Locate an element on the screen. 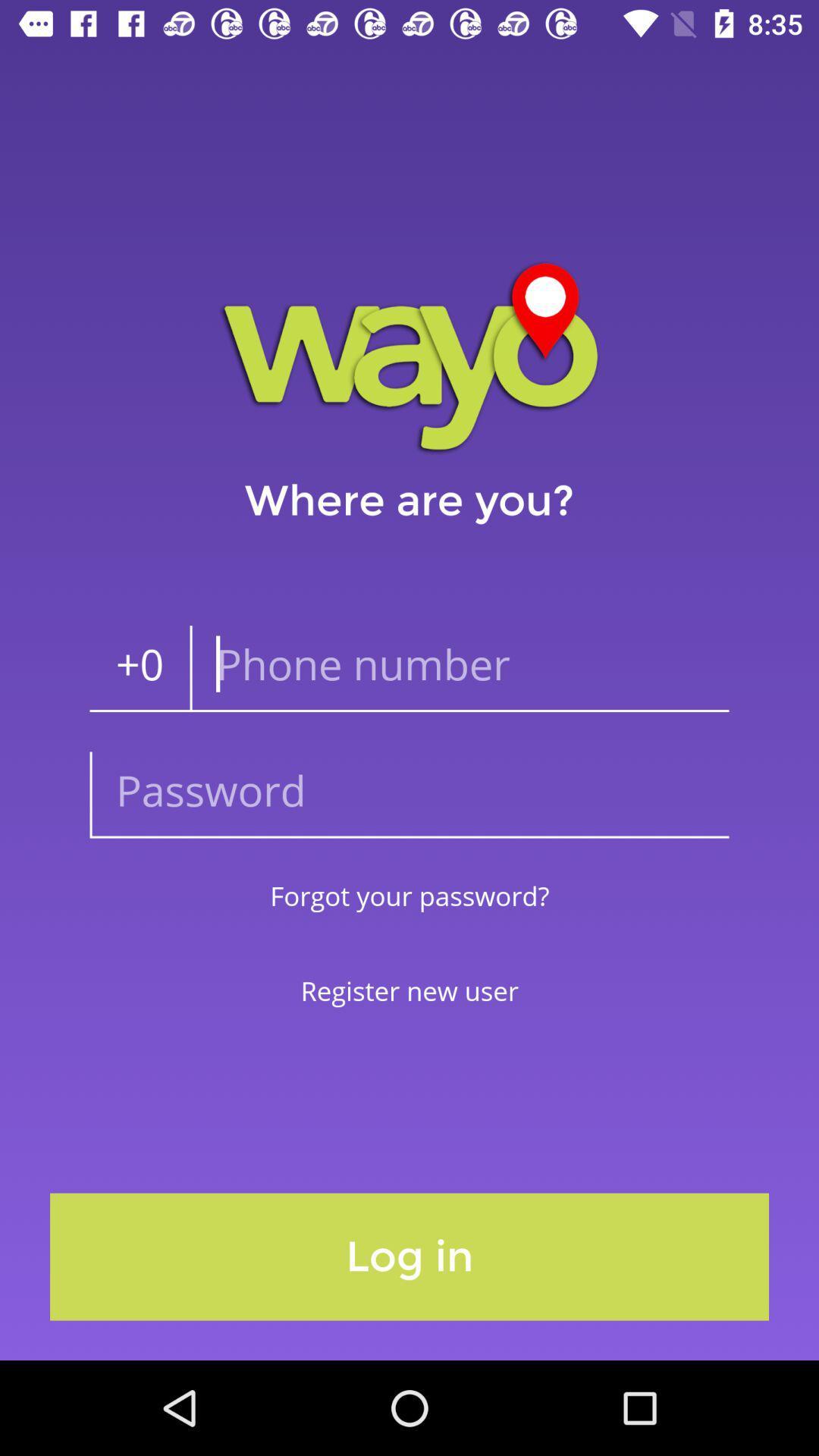 This screenshot has height=1456, width=819. the icon to the right of the +0 item is located at coordinates (458, 668).